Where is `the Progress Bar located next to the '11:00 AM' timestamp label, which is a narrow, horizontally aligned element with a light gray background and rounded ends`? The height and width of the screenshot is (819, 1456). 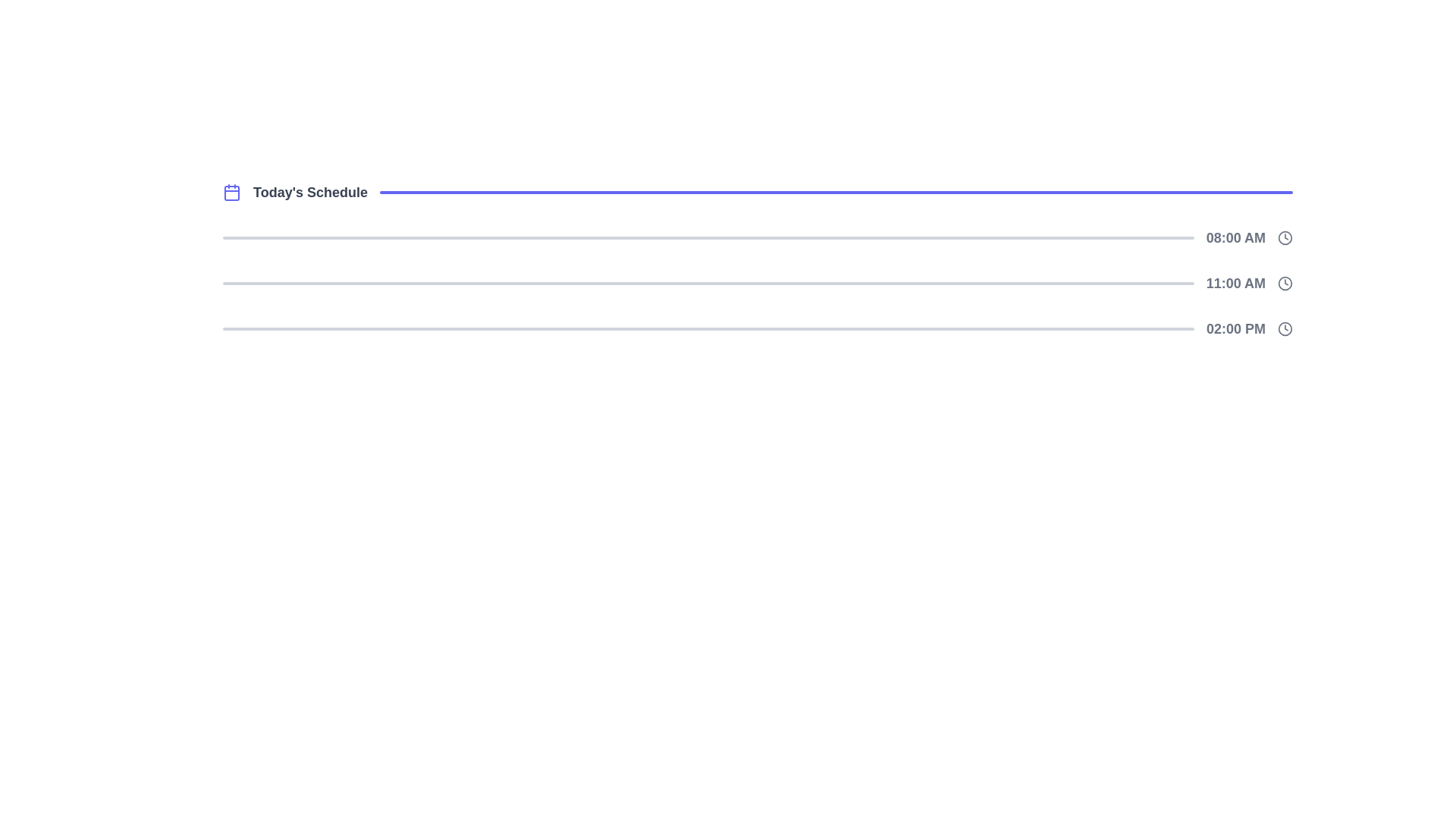 the Progress Bar located next to the '11:00 AM' timestamp label, which is a narrow, horizontally aligned element with a light gray background and rounded ends is located at coordinates (708, 284).